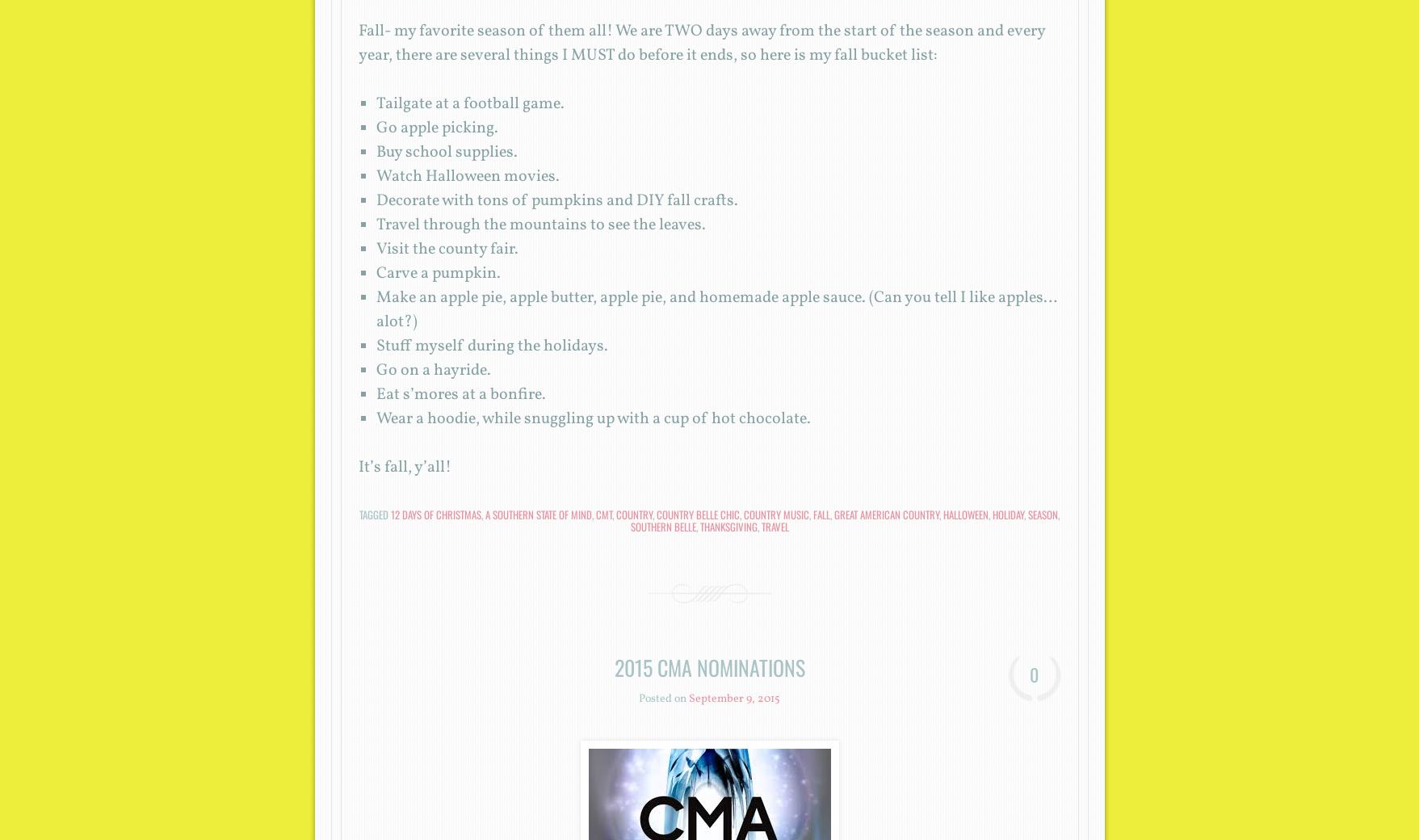 This screenshot has height=840, width=1419. What do you see at coordinates (775, 514) in the screenshot?
I see `'country music'` at bounding box center [775, 514].